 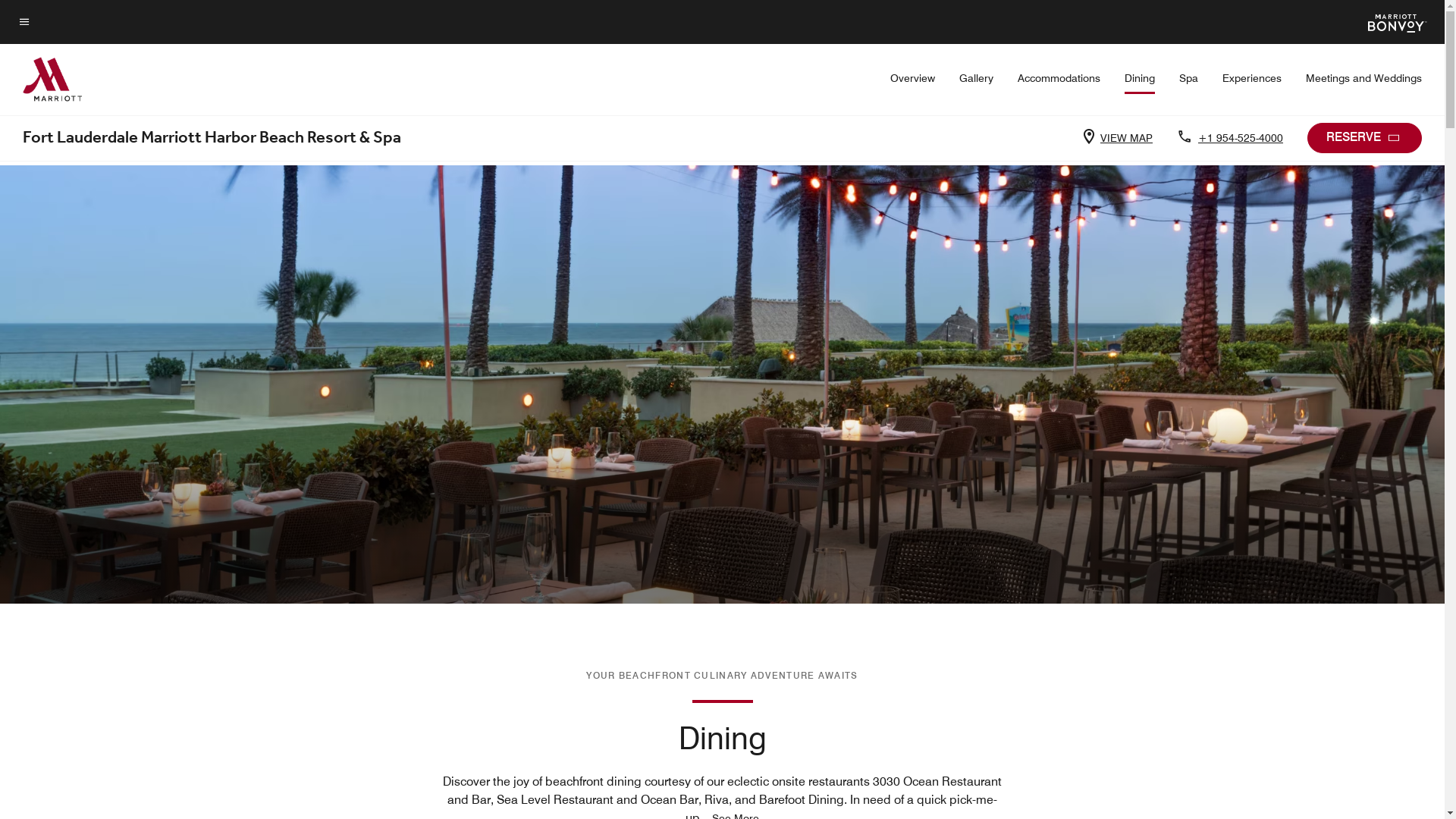 I want to click on 'Meetings and Weddings', so click(x=1363, y=78).